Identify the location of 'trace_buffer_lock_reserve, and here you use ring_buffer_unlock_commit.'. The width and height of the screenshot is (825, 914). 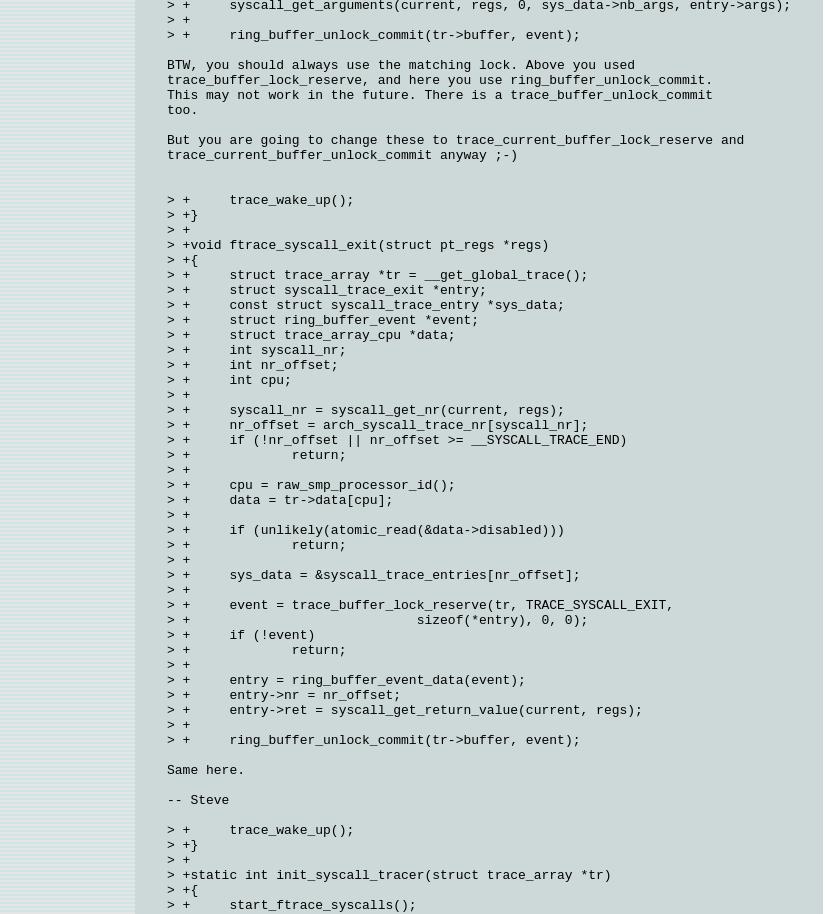
(443, 79).